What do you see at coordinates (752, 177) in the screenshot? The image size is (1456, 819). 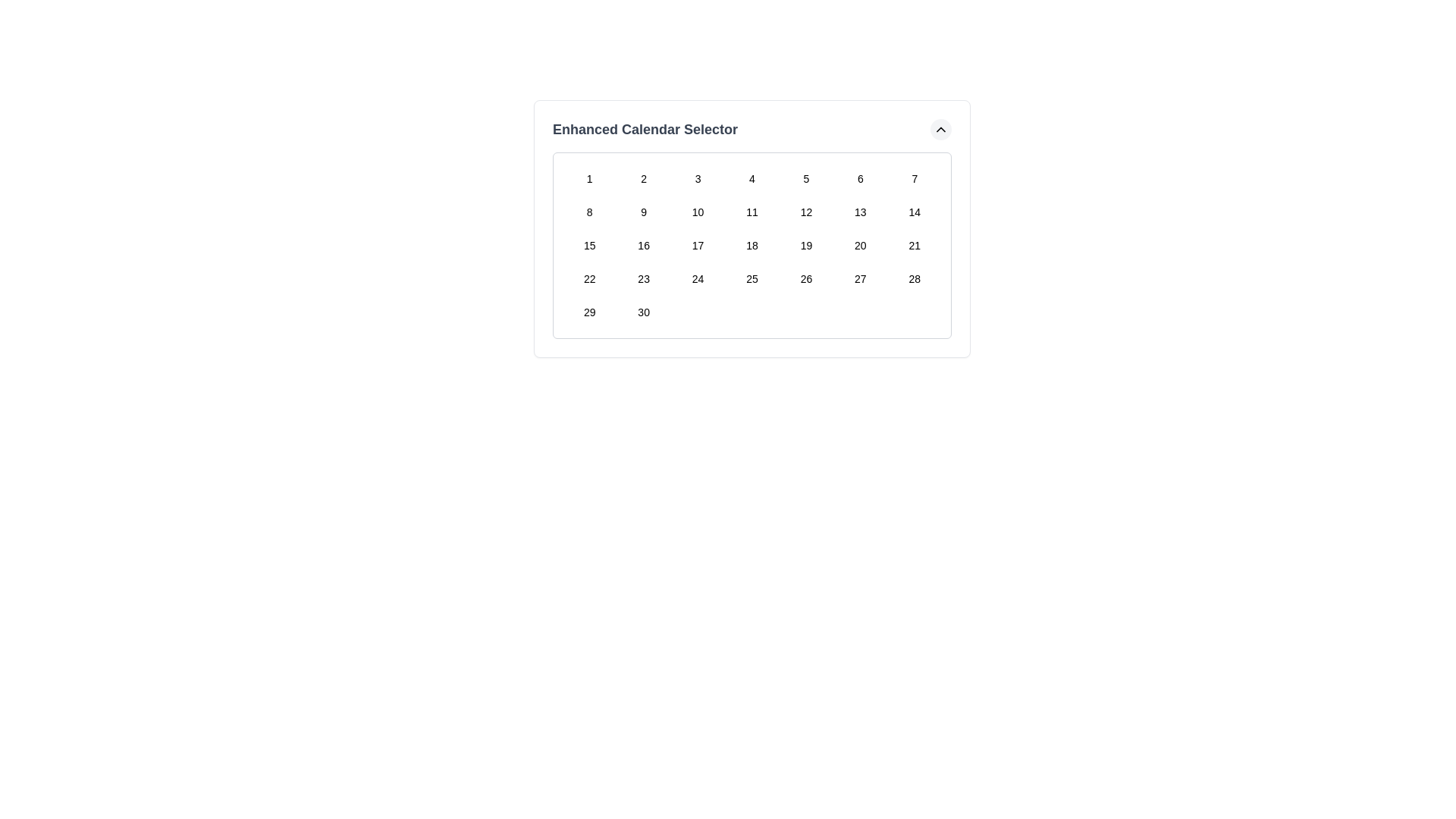 I see `the button displaying the number '4' in the calendar grid of the 'Enhanced Calendar Selector'` at bounding box center [752, 177].